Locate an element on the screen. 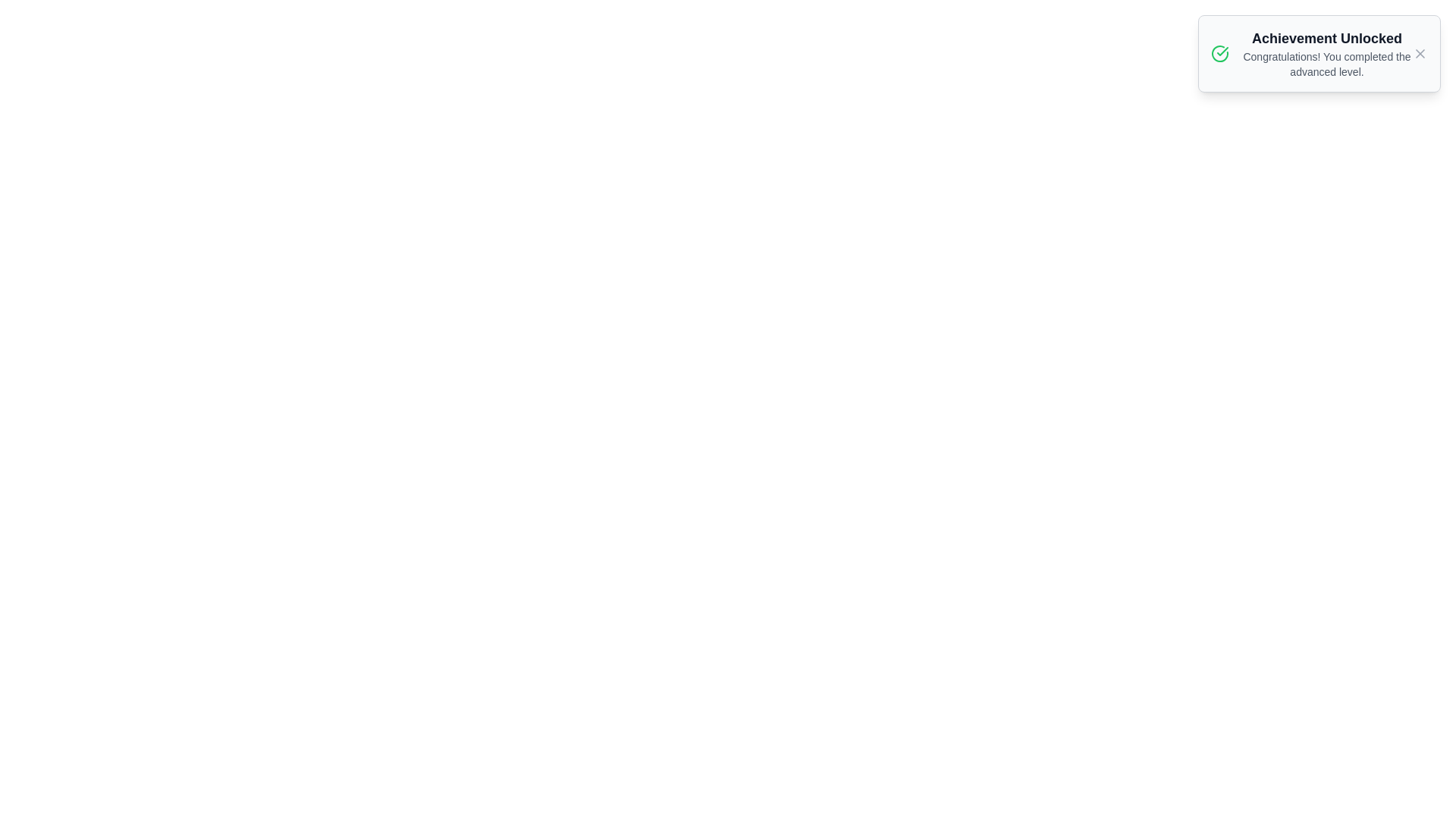  the notification icon to inspect it is located at coordinates (1219, 52).